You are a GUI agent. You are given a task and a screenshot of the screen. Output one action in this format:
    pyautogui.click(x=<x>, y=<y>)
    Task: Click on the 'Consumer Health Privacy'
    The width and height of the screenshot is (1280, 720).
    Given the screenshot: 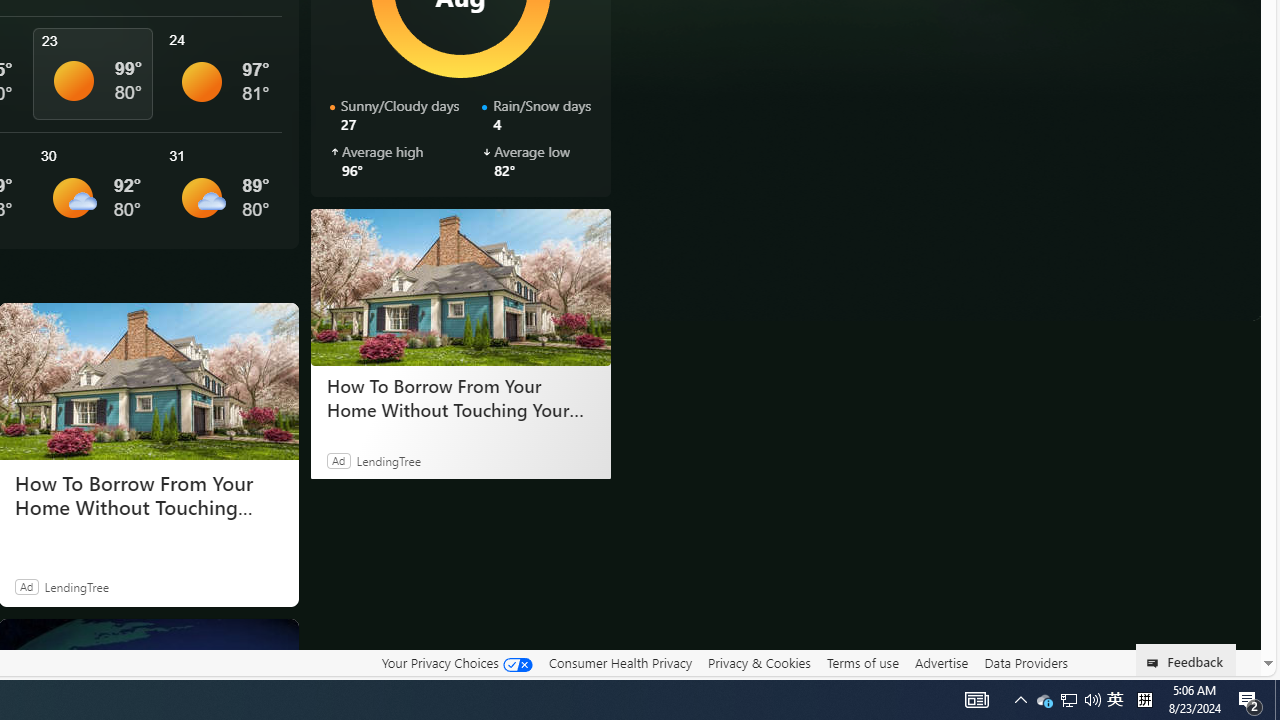 What is the action you would take?
    pyautogui.click(x=619, y=663)
    